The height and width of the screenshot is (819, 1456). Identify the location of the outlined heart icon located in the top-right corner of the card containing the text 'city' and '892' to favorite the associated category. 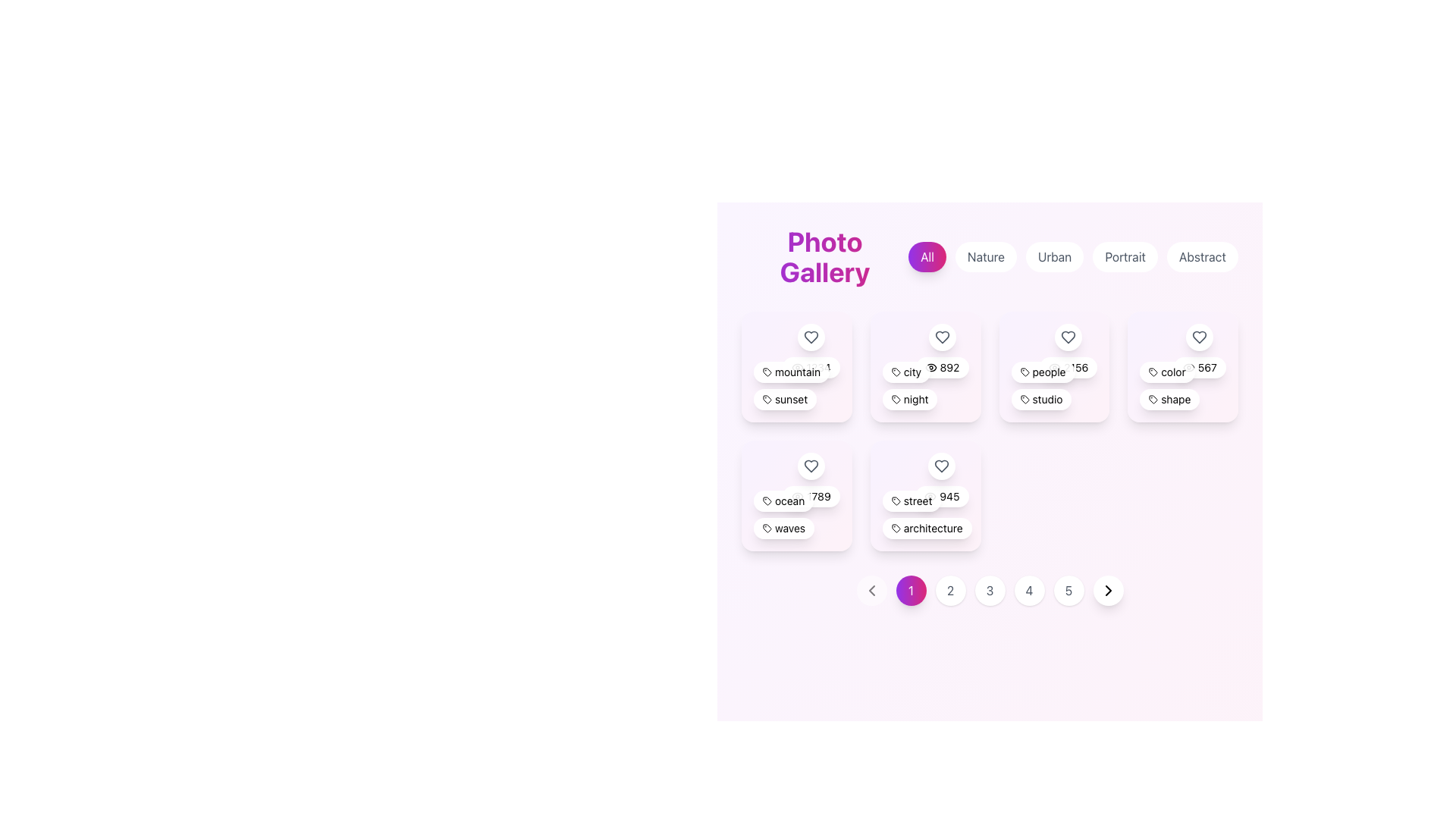
(941, 336).